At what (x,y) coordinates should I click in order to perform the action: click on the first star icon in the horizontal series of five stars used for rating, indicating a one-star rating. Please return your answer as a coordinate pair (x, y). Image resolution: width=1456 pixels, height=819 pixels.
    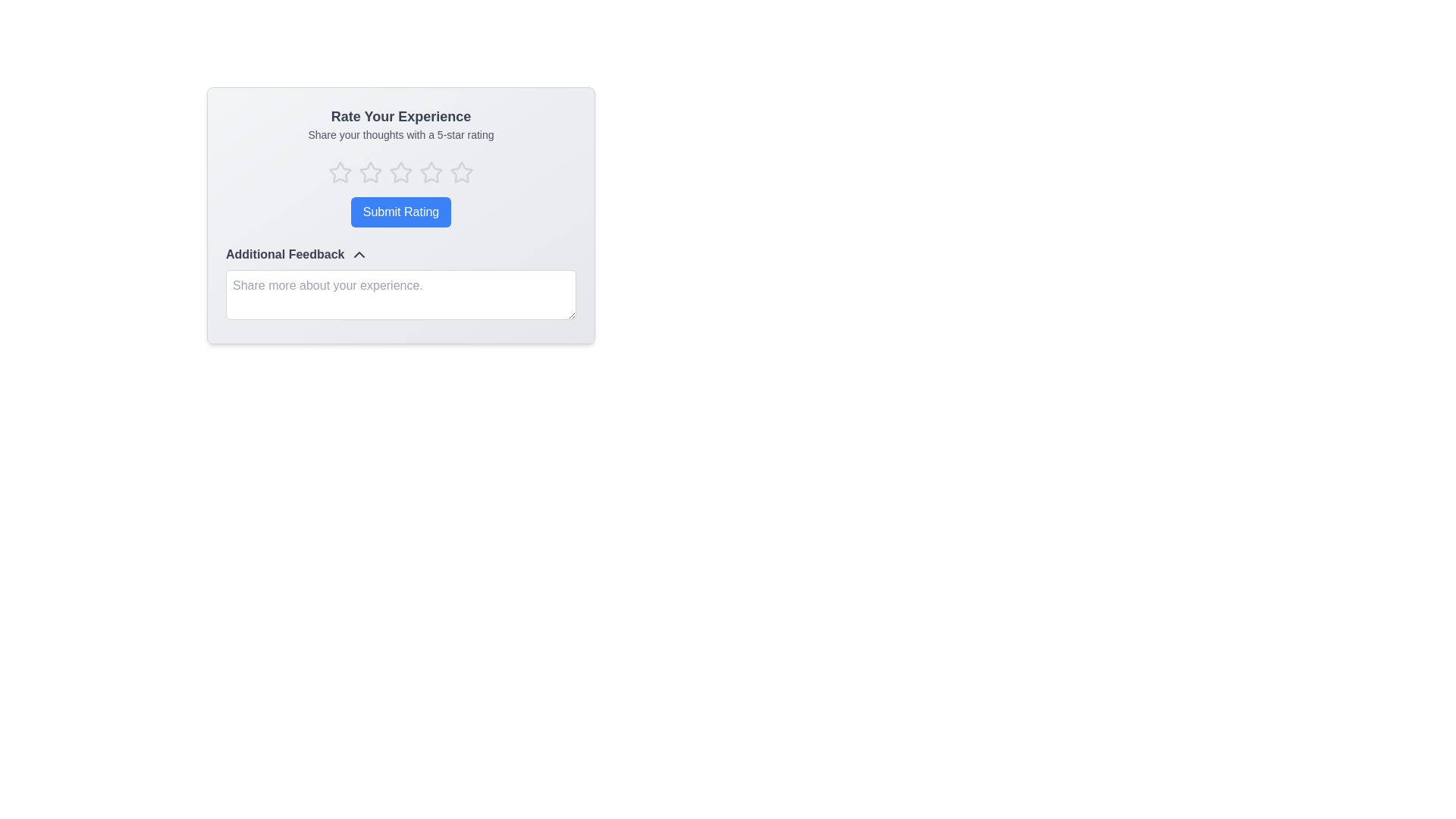
    Looking at the image, I should click on (340, 171).